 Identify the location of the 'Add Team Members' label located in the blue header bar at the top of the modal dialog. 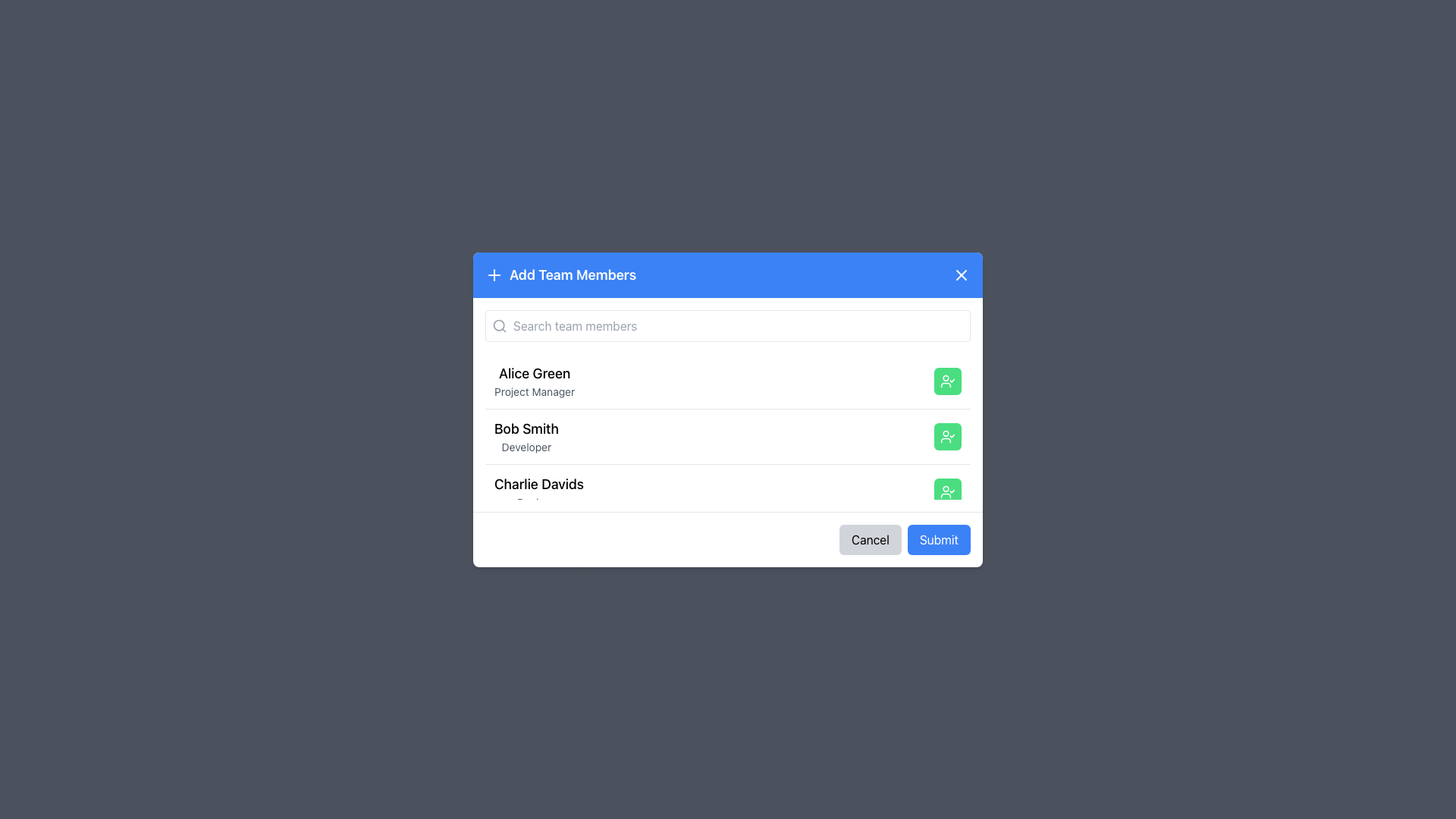
(560, 275).